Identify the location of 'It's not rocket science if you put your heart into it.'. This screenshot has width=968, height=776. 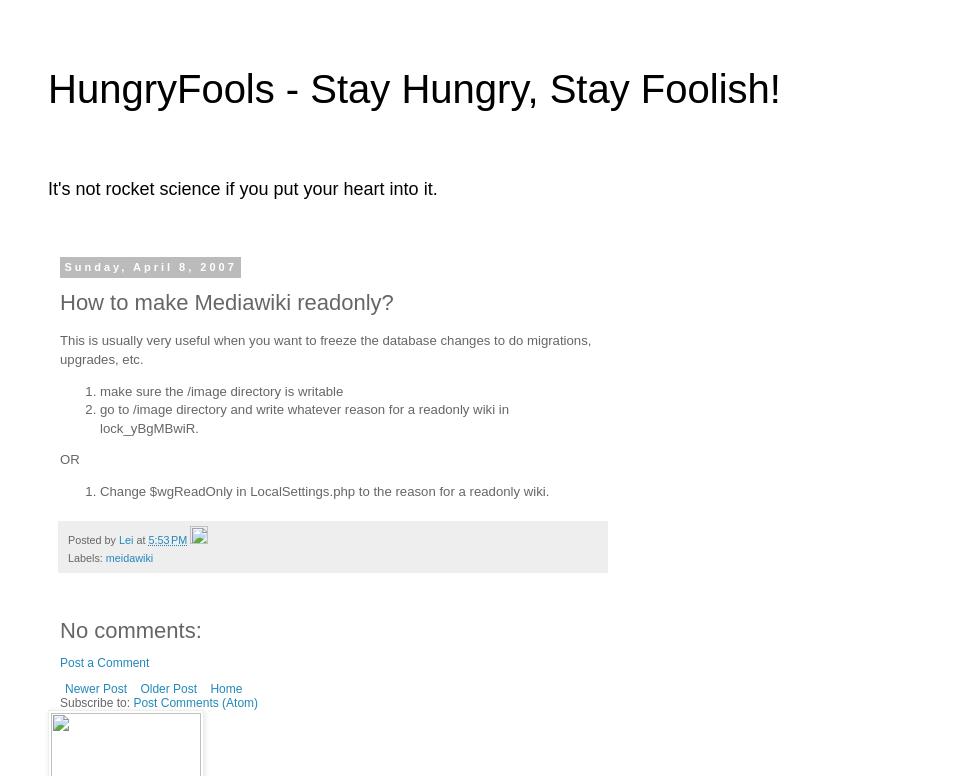
(242, 187).